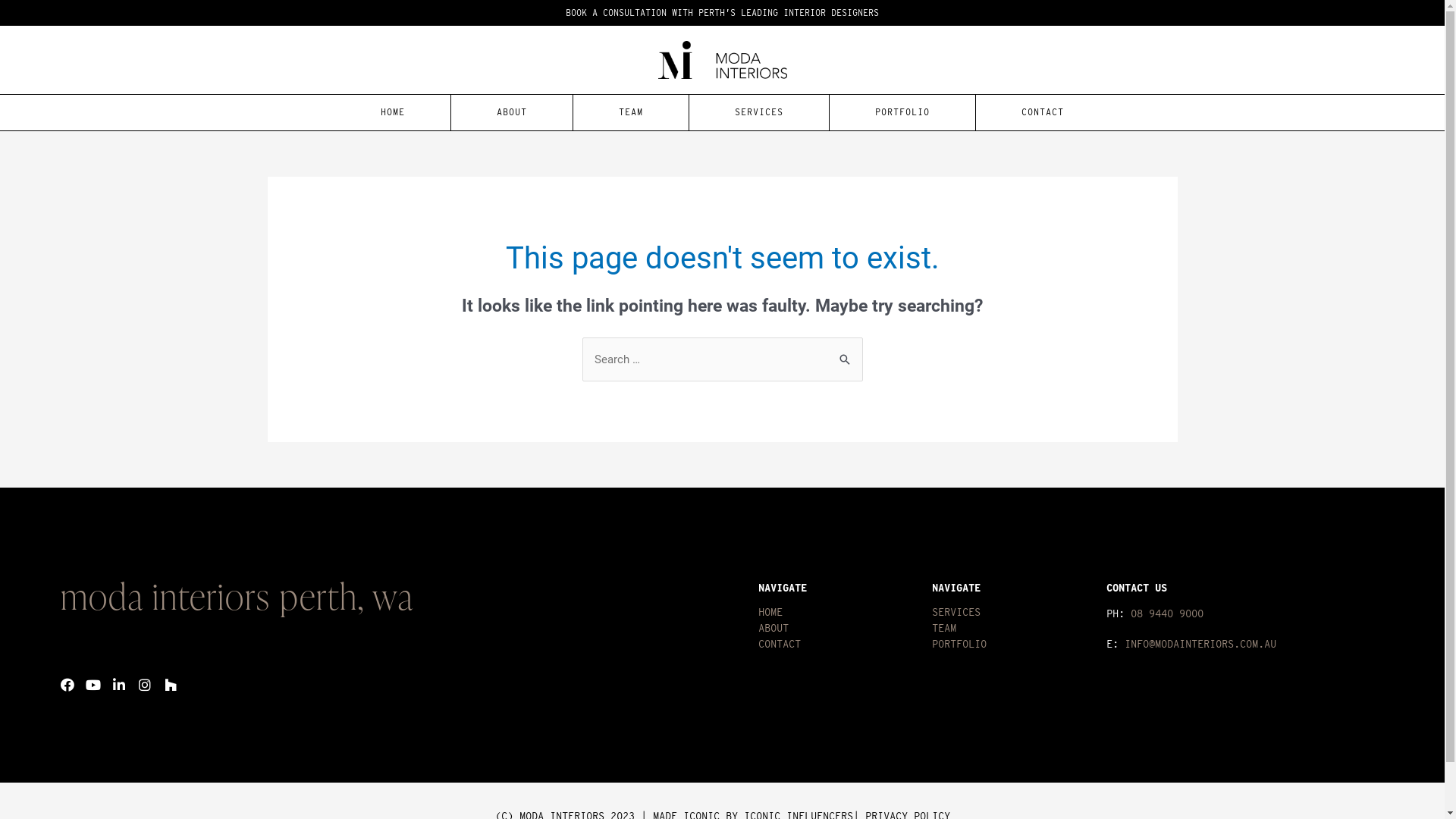 The height and width of the screenshot is (819, 1456). I want to click on 'ABOUT', so click(836, 628).